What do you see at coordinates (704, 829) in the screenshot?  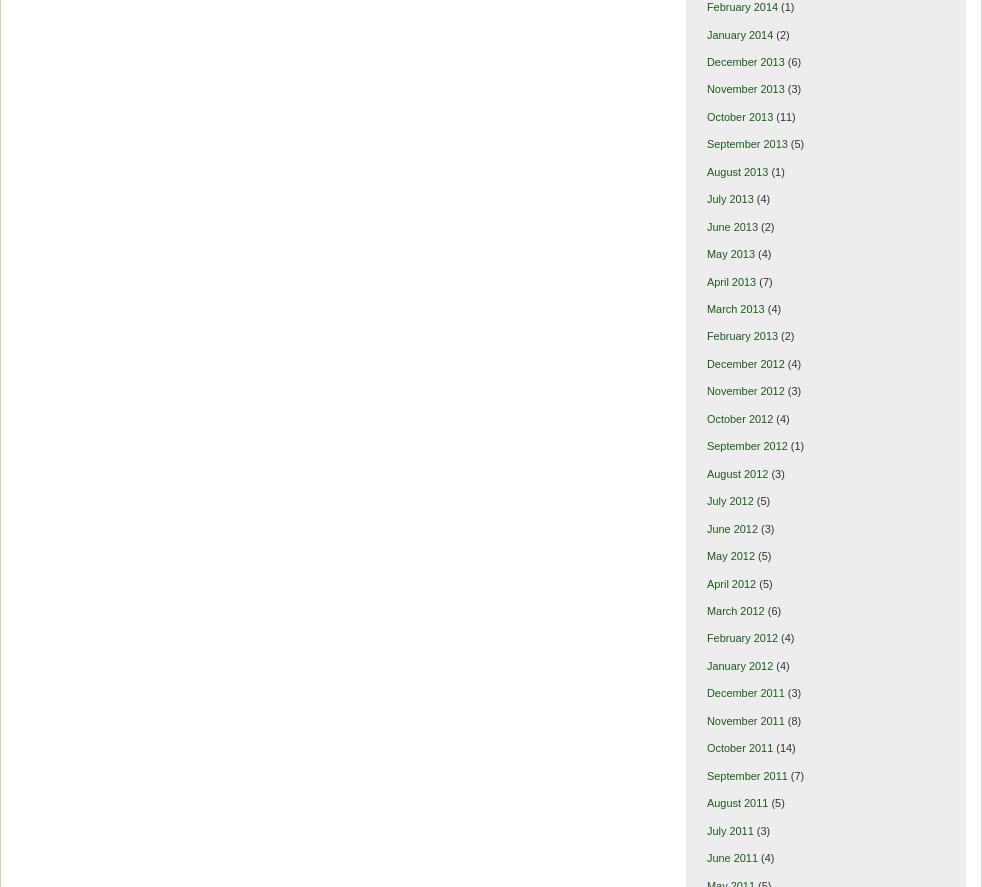 I see `'July 2011'` at bounding box center [704, 829].